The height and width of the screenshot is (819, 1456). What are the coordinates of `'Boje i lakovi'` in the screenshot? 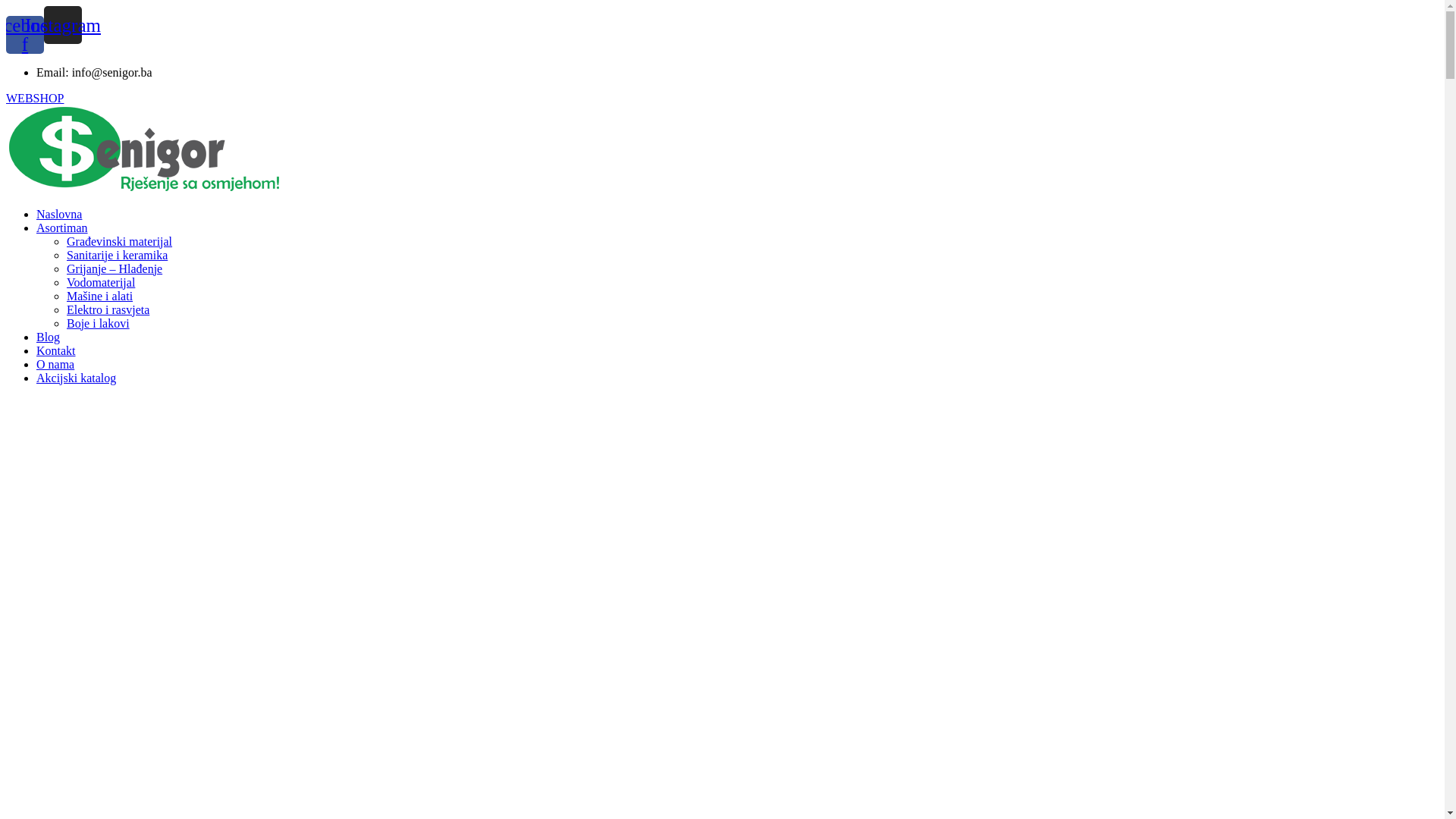 It's located at (97, 322).